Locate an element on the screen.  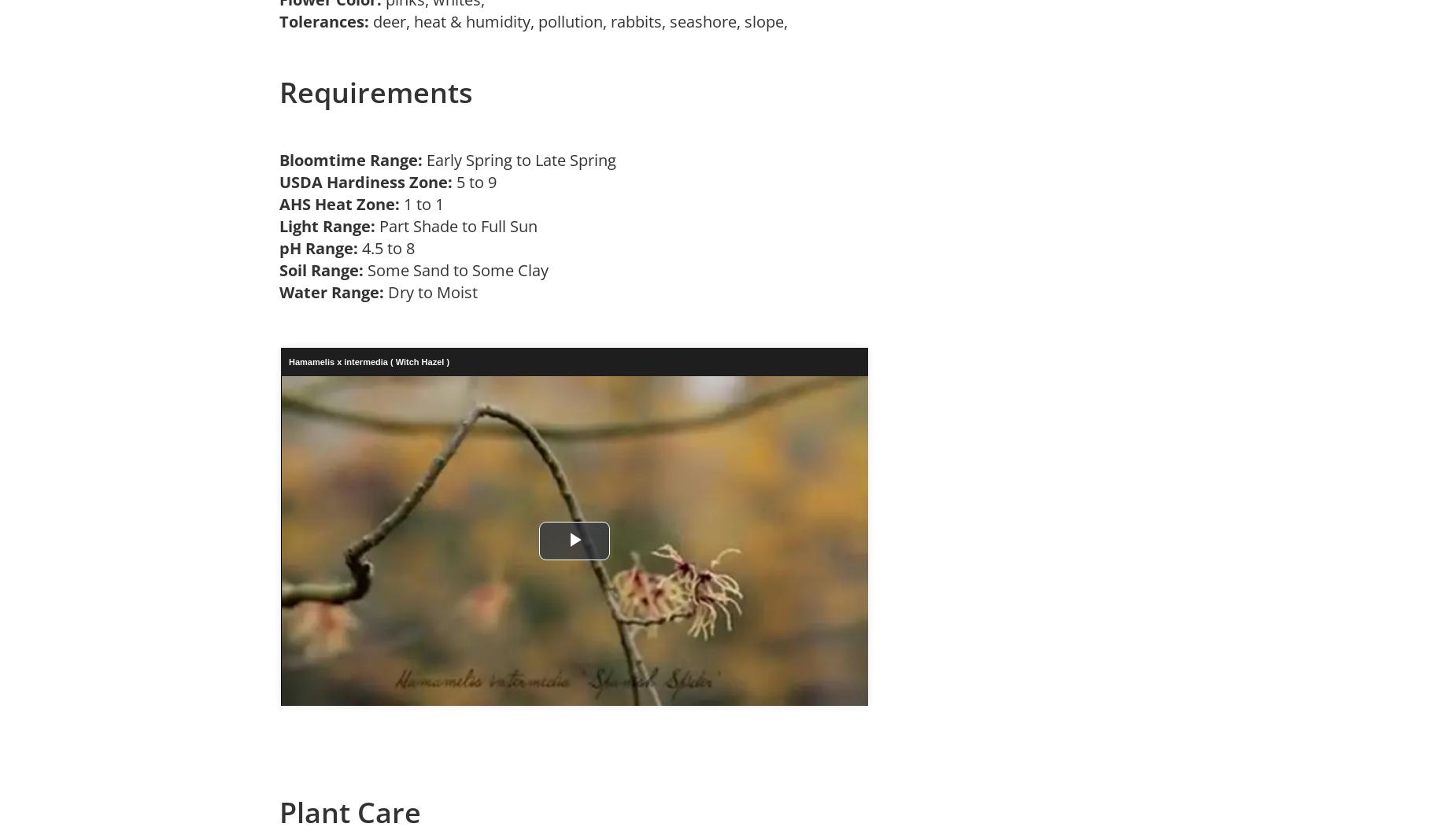
'Dry to Moist' is located at coordinates (434, 290).